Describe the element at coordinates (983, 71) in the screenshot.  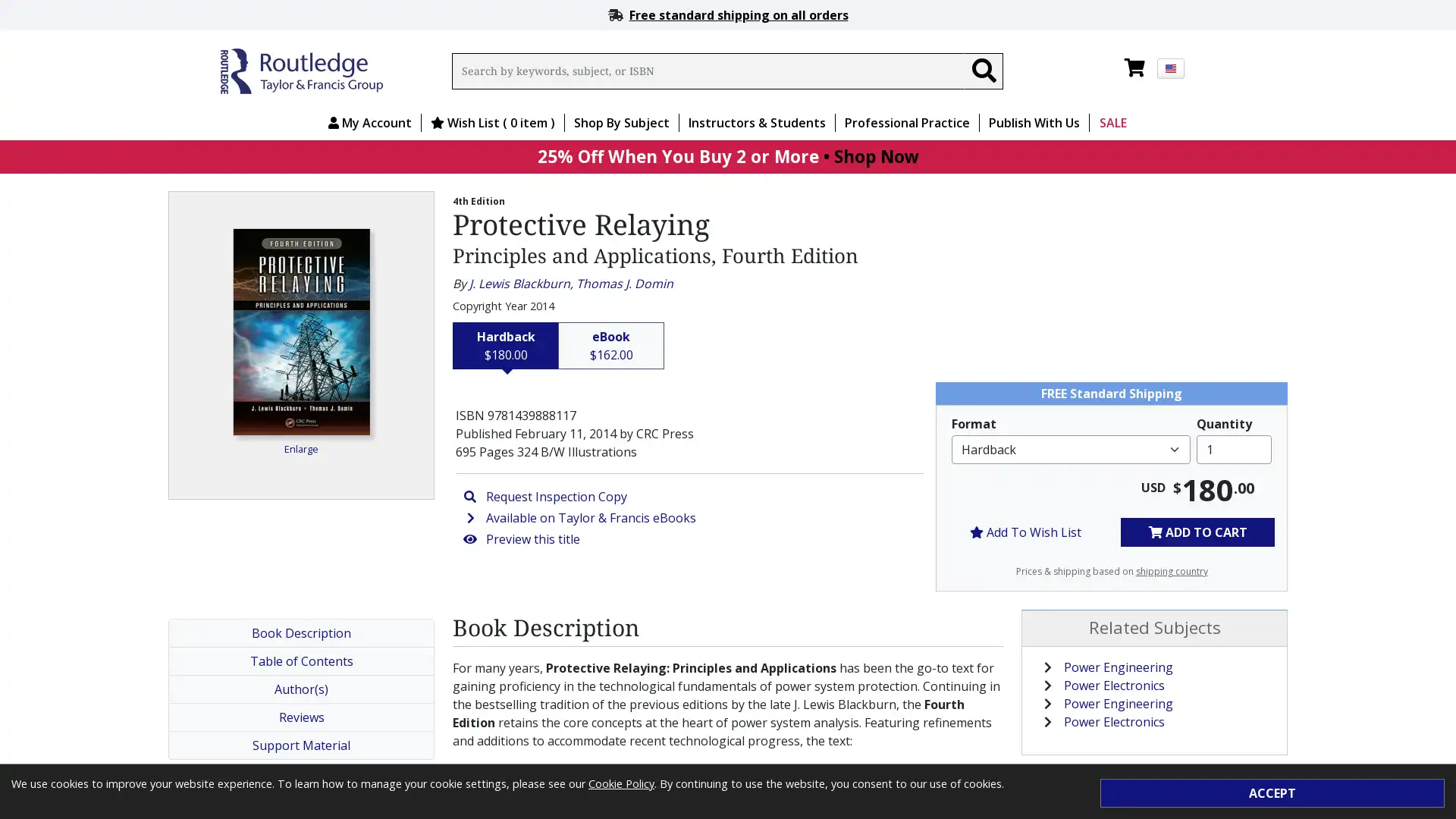
I see `Search` at that location.